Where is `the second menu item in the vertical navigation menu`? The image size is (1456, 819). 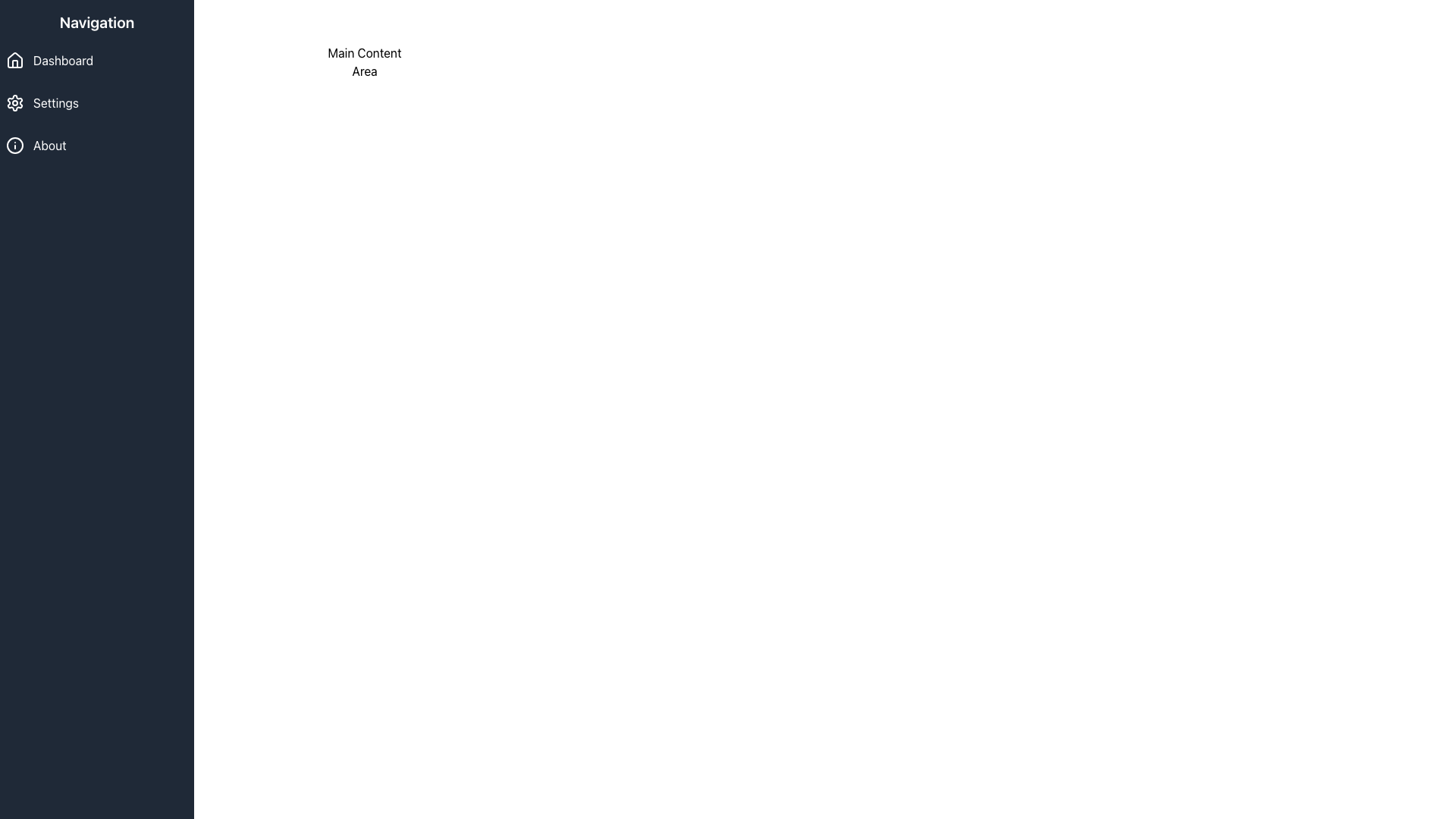 the second menu item in the vertical navigation menu is located at coordinates (55, 102).